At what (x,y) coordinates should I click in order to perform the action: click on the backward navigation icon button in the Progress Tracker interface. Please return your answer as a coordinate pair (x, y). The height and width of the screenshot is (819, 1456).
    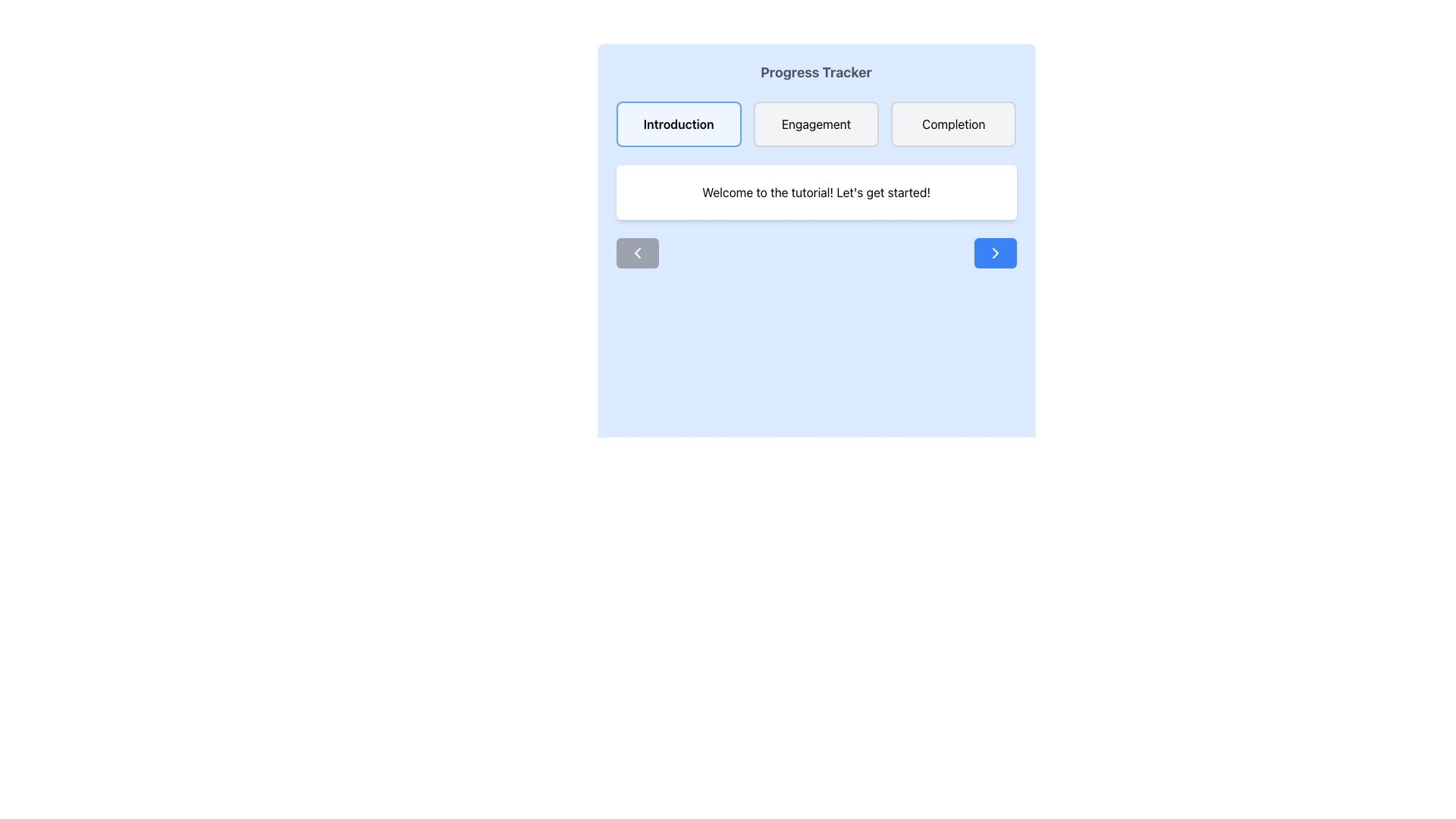
    Looking at the image, I should click on (637, 253).